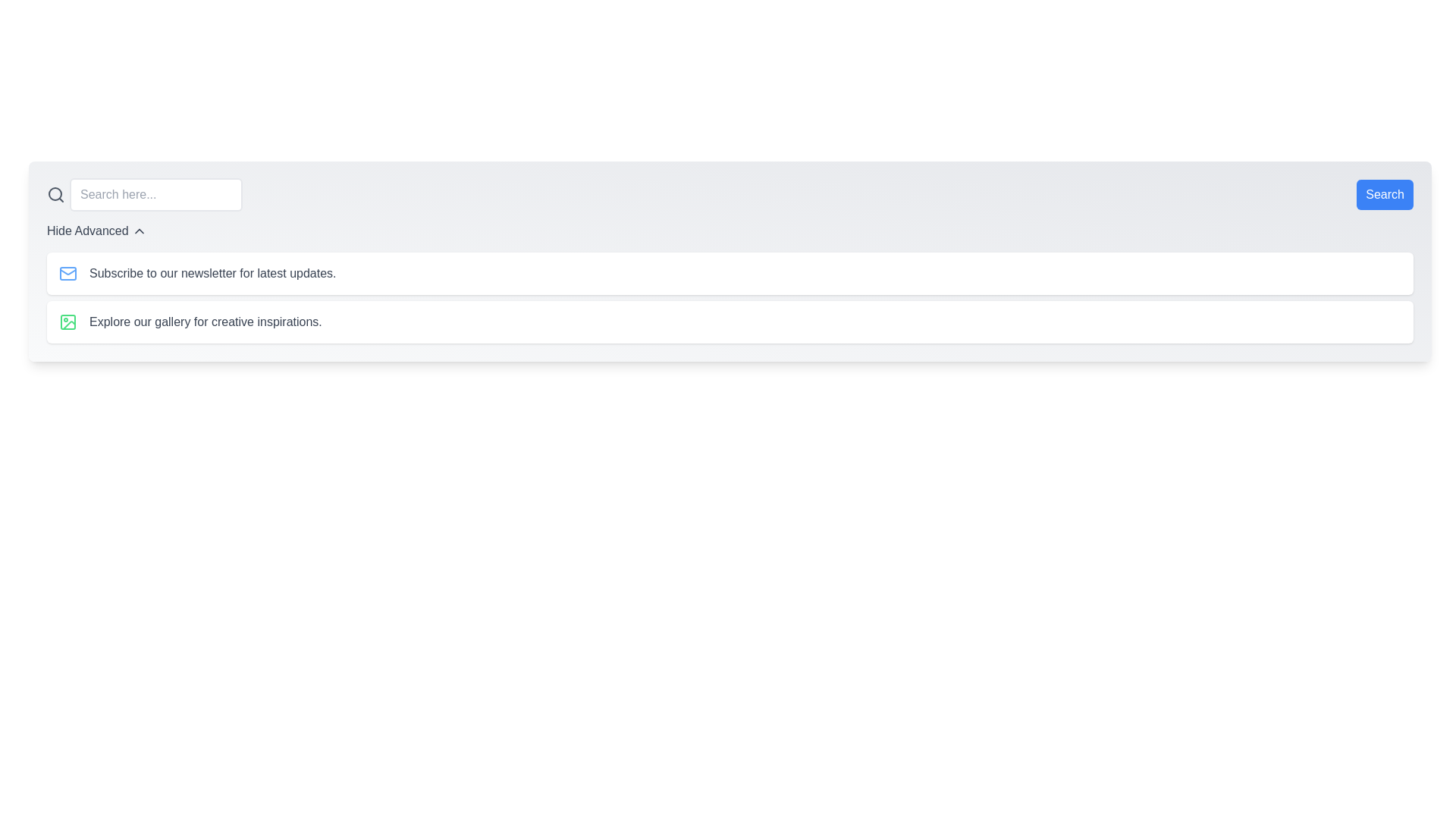 The width and height of the screenshot is (1456, 819). Describe the element at coordinates (67, 271) in the screenshot. I see `the visual representation of the triangular shape that represents the fold of the email icon, located near the center of the SVG graphic` at that location.